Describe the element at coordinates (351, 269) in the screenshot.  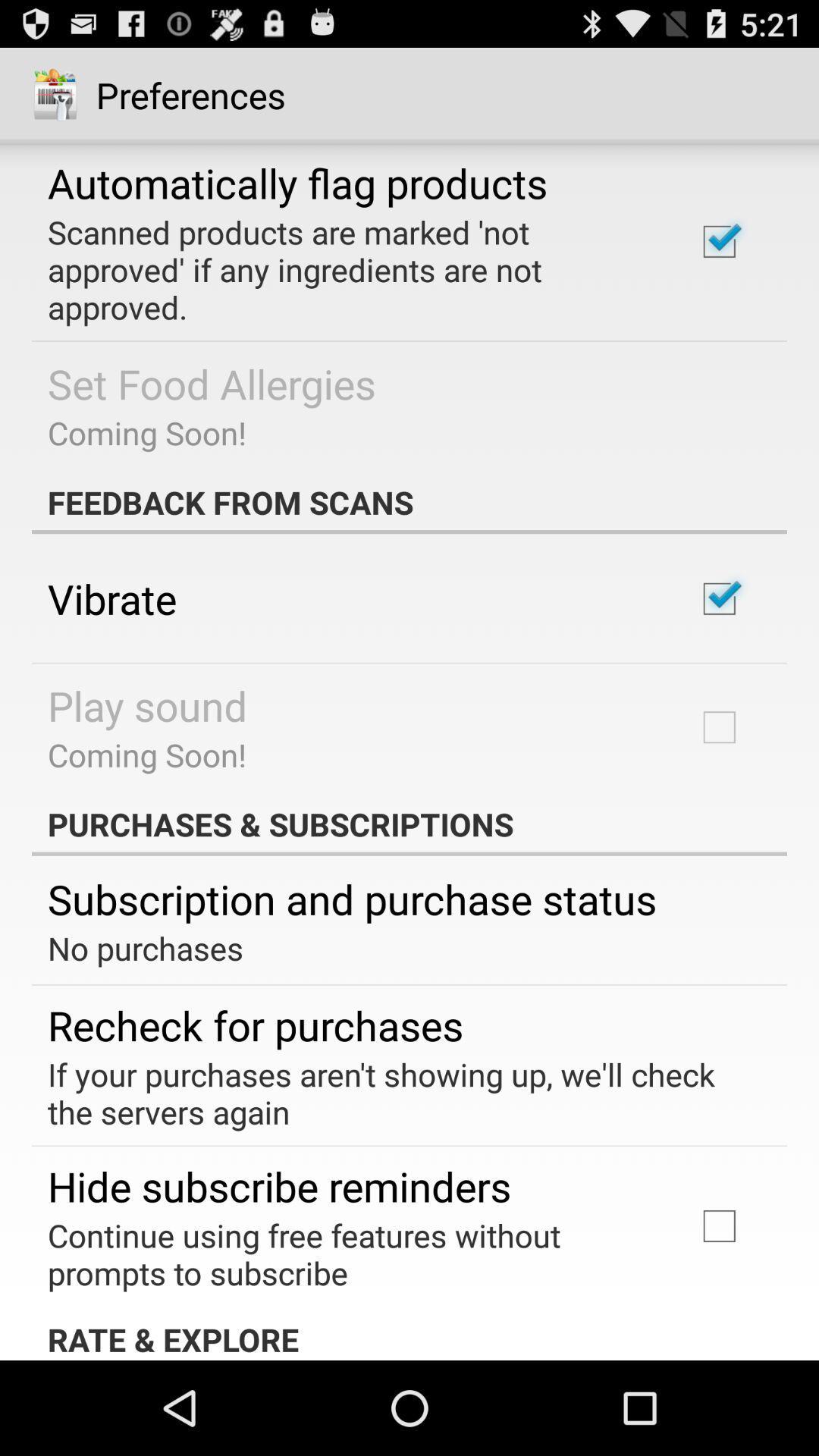
I see `app above set food allergies item` at that location.